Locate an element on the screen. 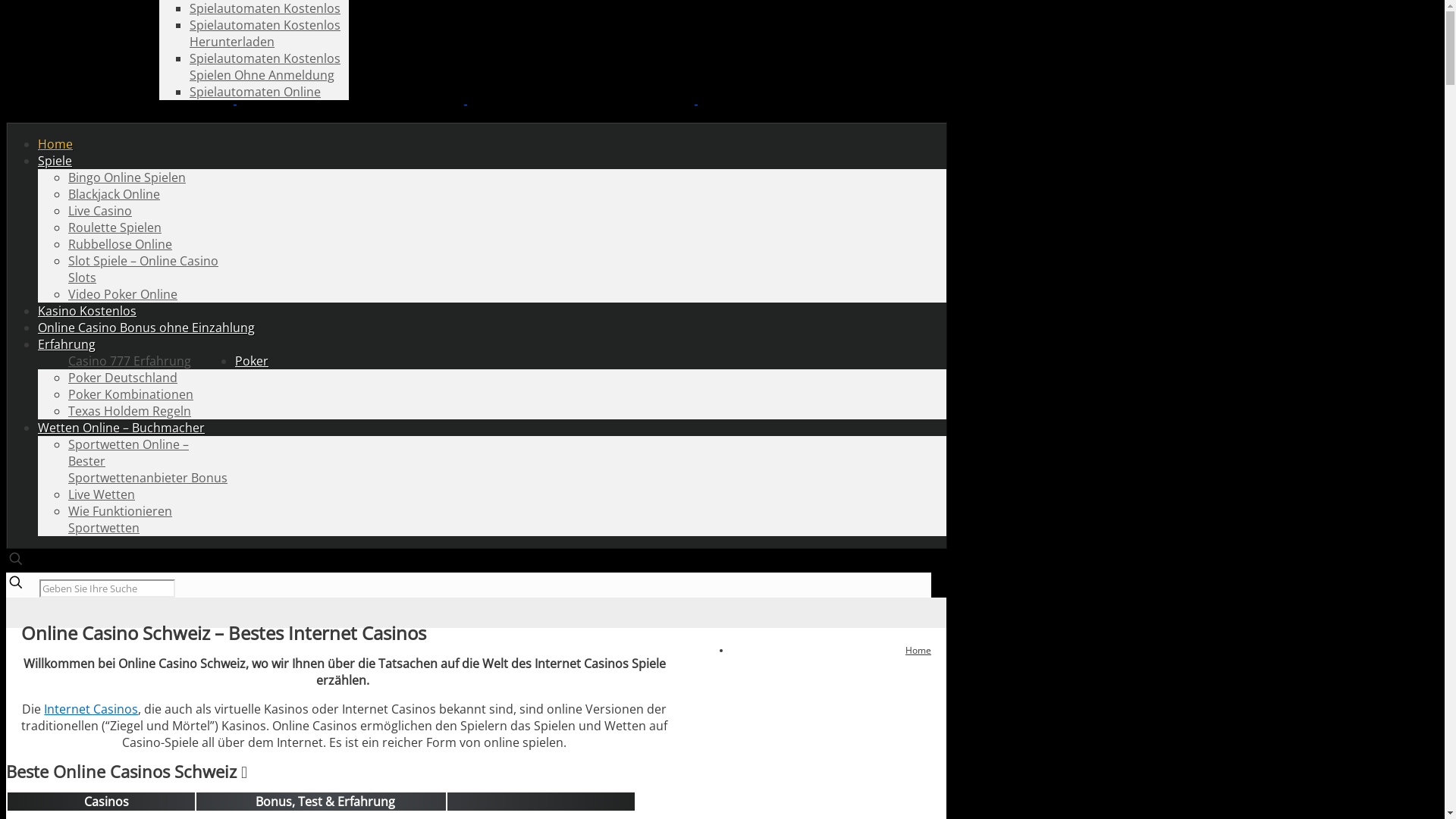  'Bingo Online Spielen' is located at coordinates (67, 177).